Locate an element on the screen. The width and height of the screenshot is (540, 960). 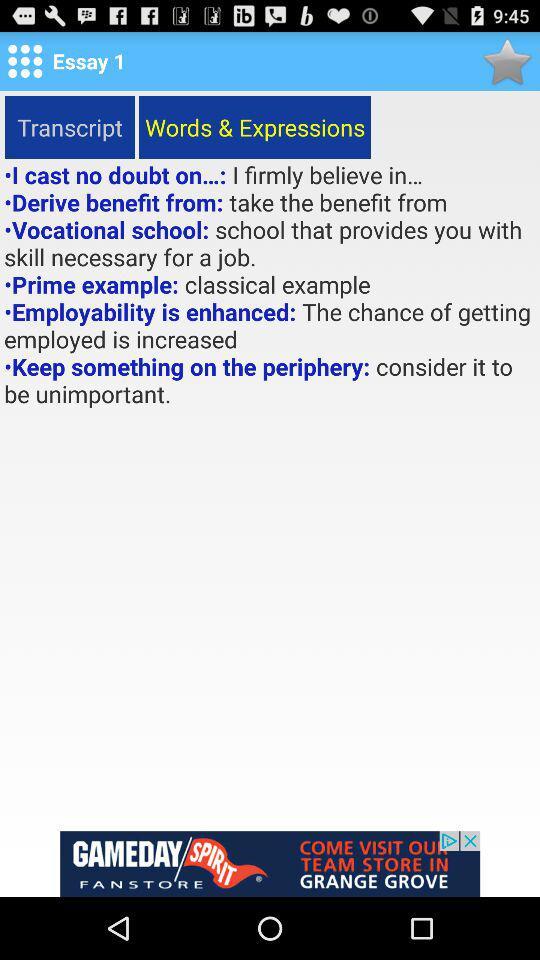
adding favorite star icon is located at coordinates (507, 61).